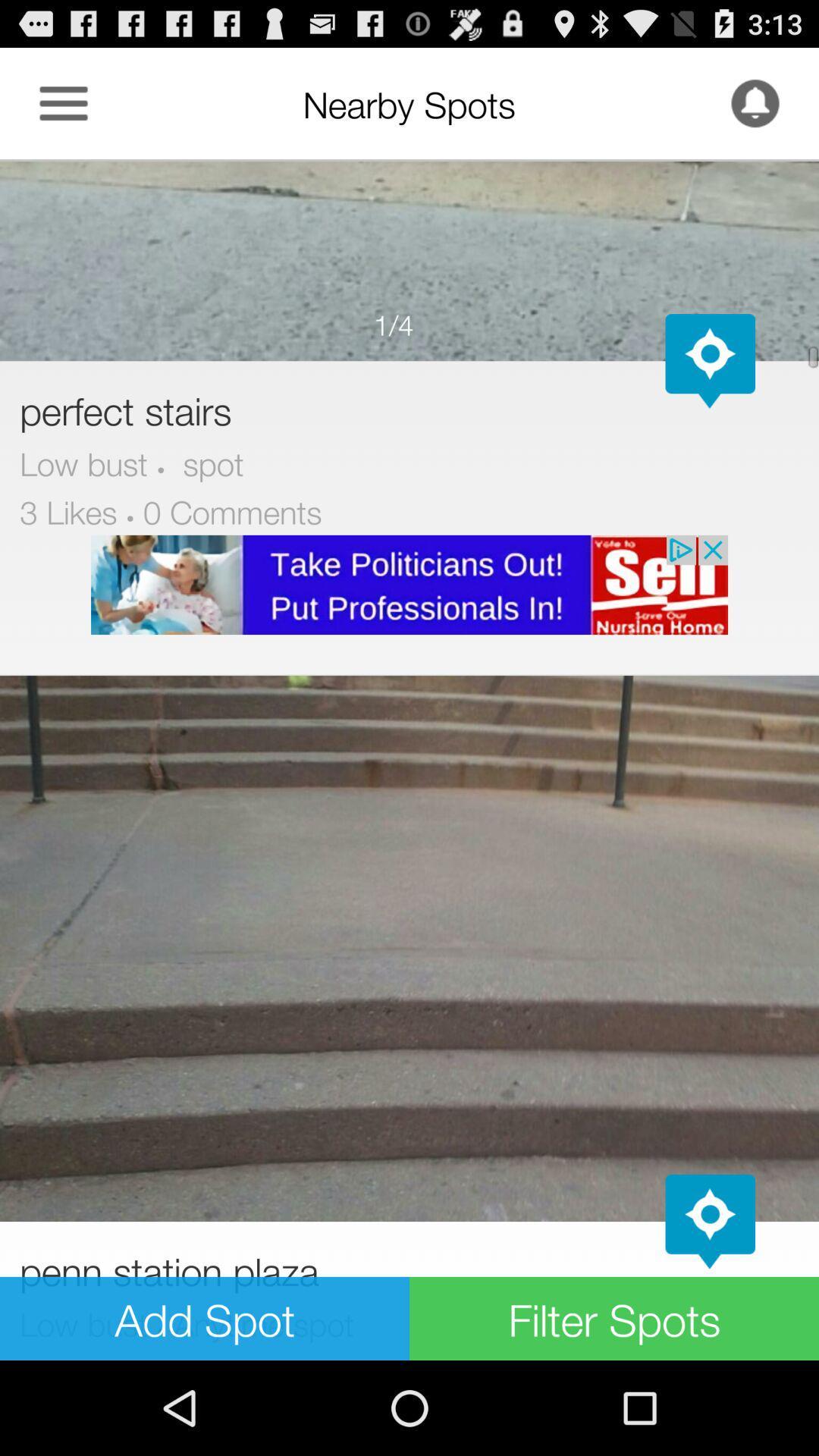 The width and height of the screenshot is (819, 1456). I want to click on position, so click(710, 360).